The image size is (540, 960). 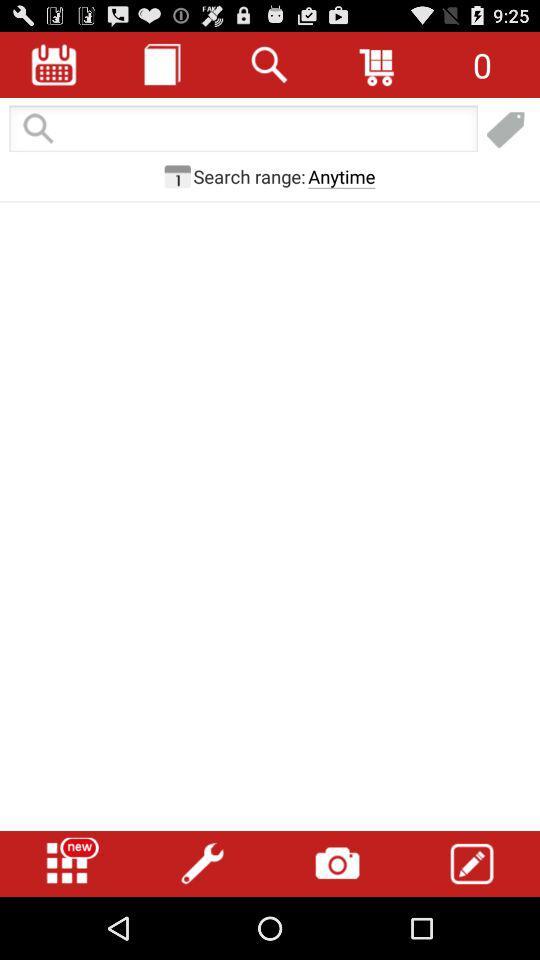 What do you see at coordinates (249, 175) in the screenshot?
I see `icon to the left of the anytime button` at bounding box center [249, 175].